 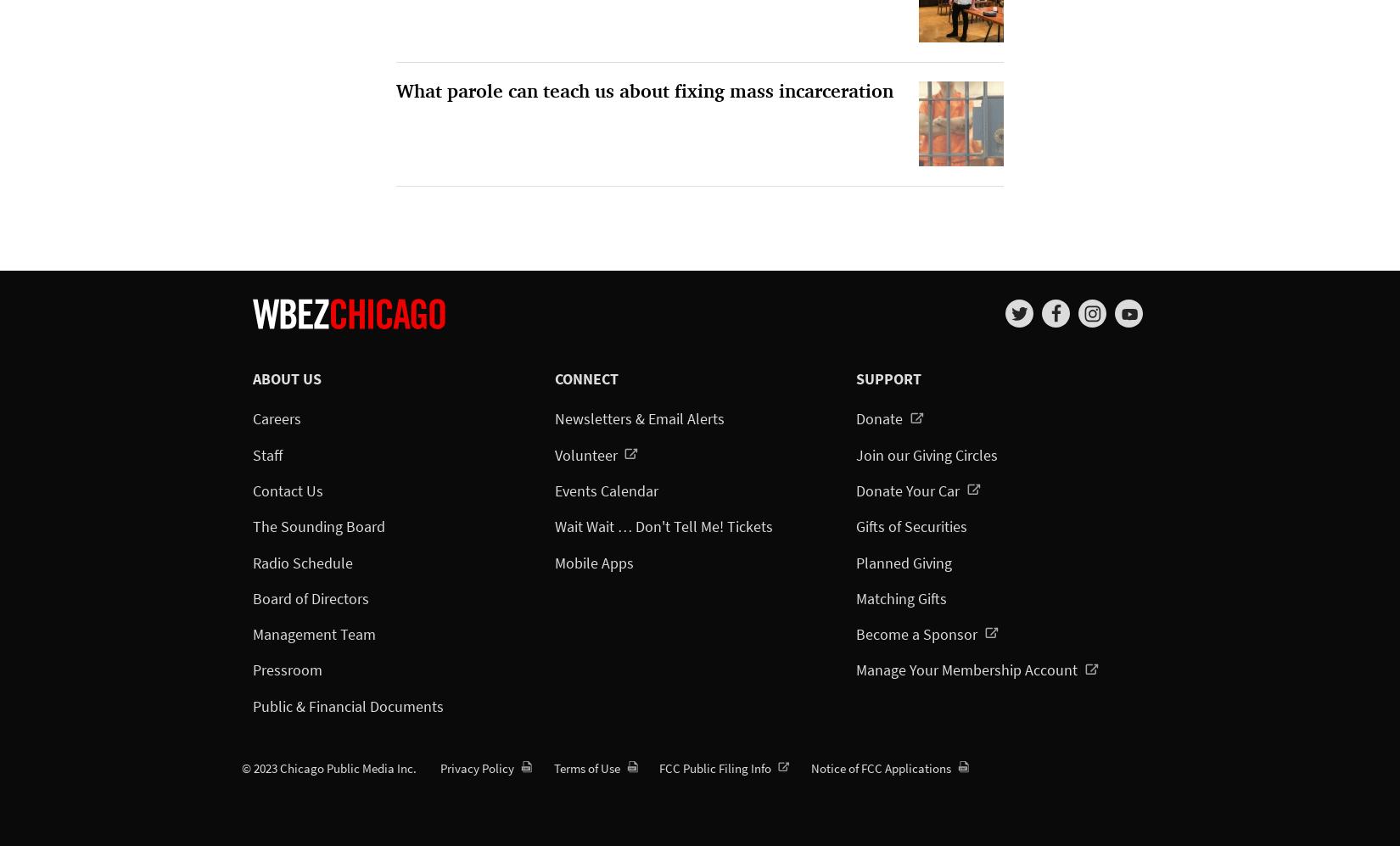 What do you see at coordinates (927, 453) in the screenshot?
I see `'Join our Giving Circles'` at bounding box center [927, 453].